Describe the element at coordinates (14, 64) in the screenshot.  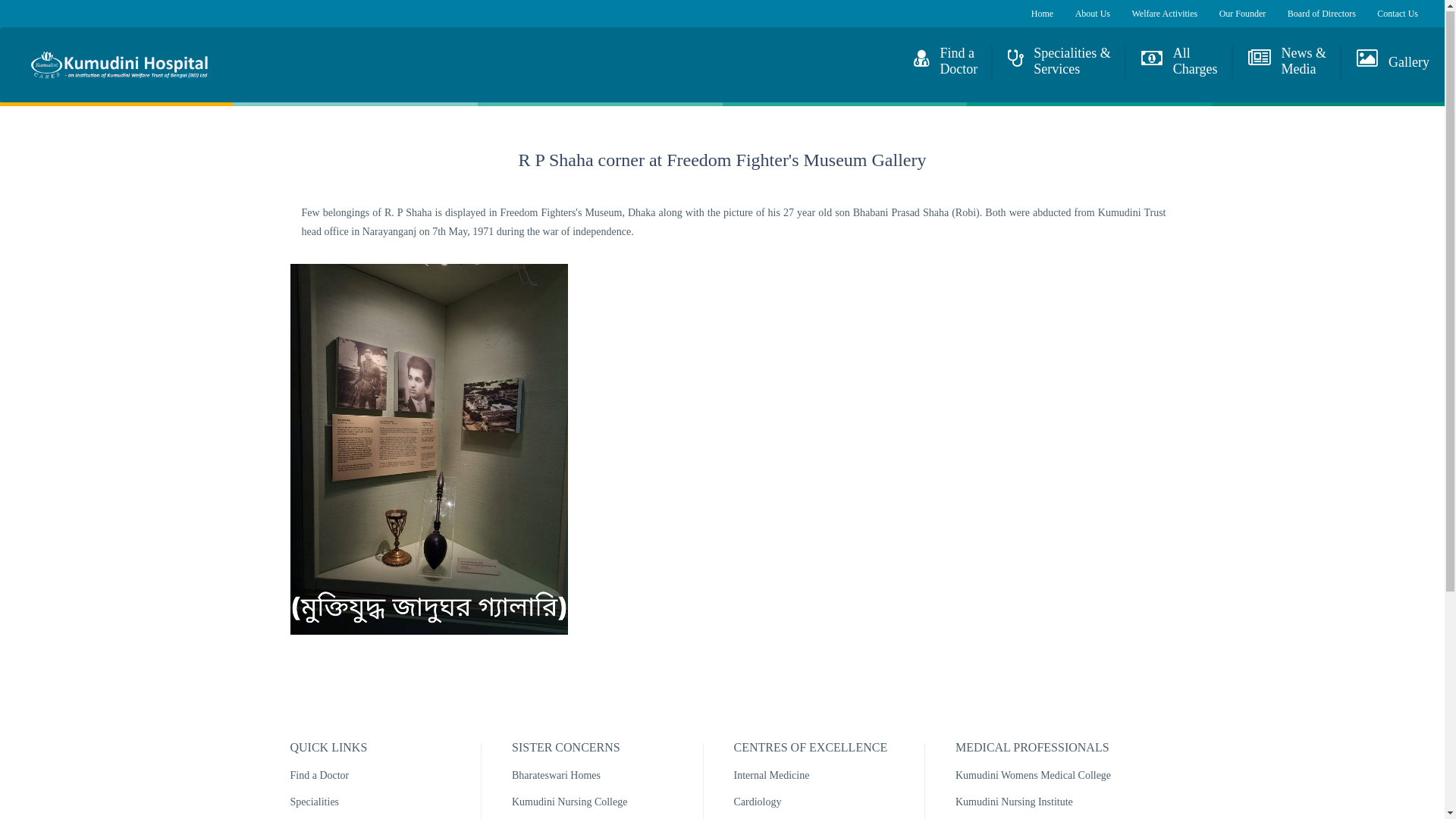
I see `'Home'` at that location.